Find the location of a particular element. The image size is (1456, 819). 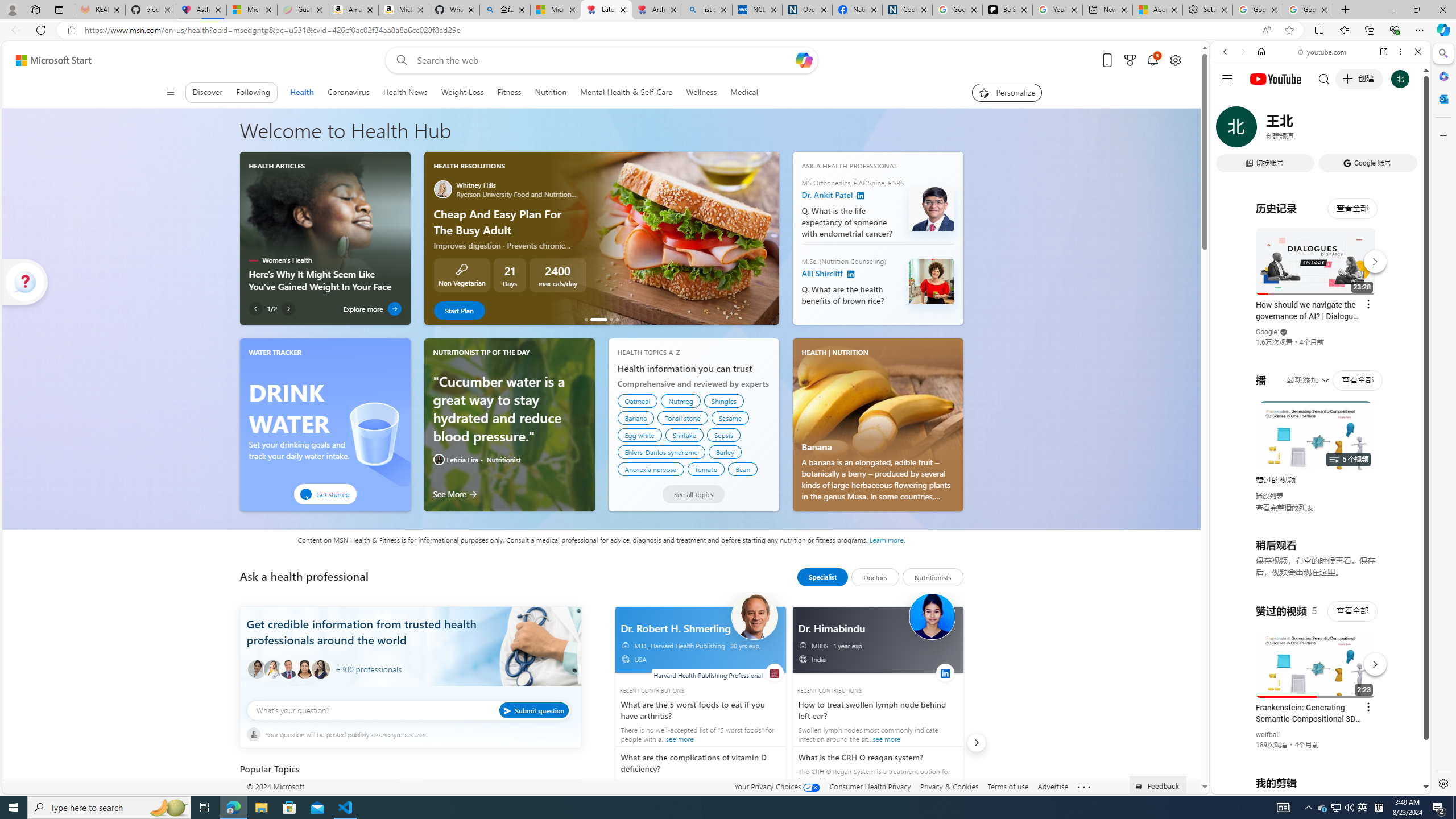

'Microsoft rewards' is located at coordinates (1129, 60).